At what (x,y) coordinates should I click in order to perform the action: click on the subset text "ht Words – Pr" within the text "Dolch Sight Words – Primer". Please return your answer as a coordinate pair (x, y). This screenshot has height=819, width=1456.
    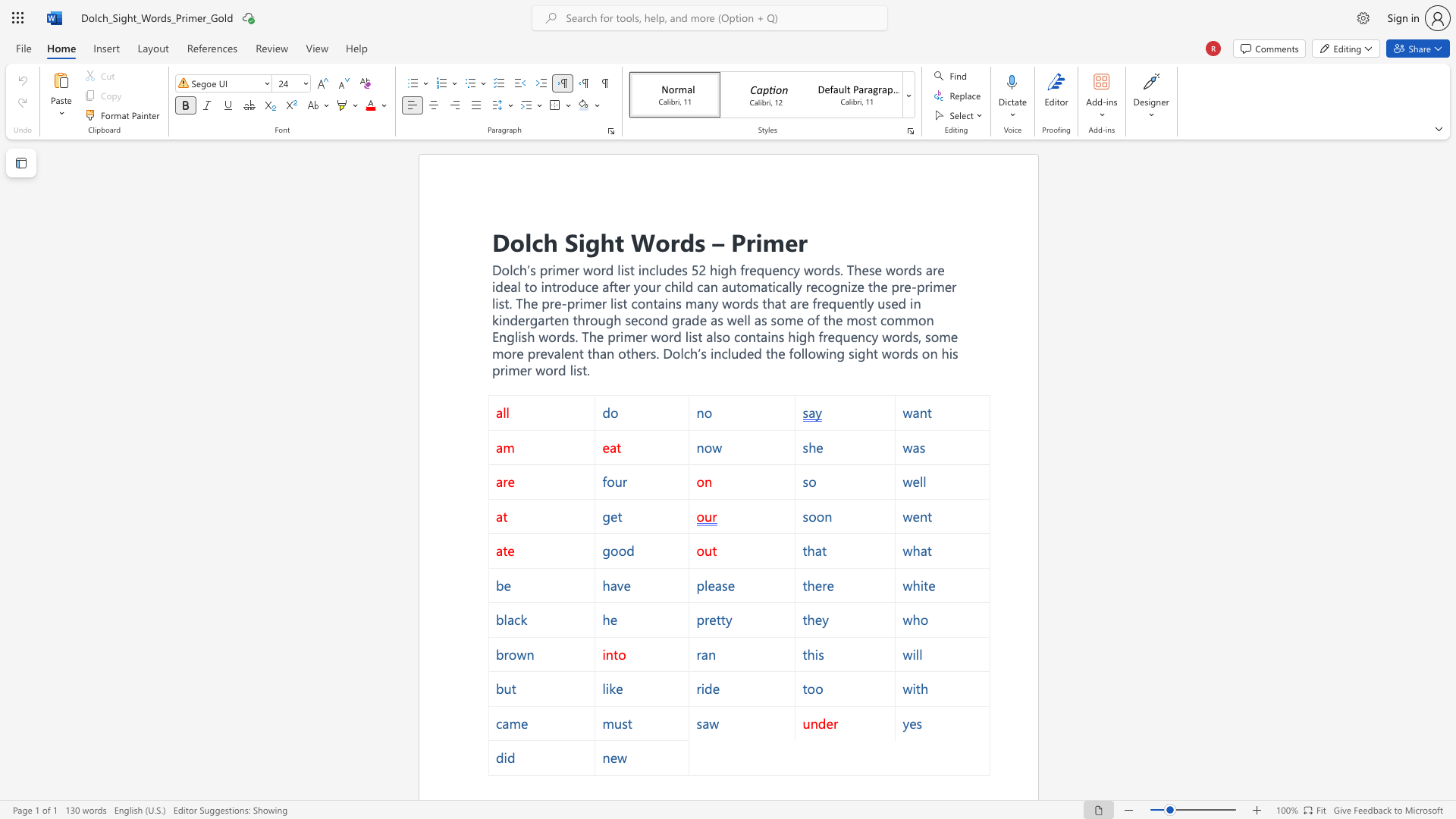
    Looking at the image, I should click on (599, 240).